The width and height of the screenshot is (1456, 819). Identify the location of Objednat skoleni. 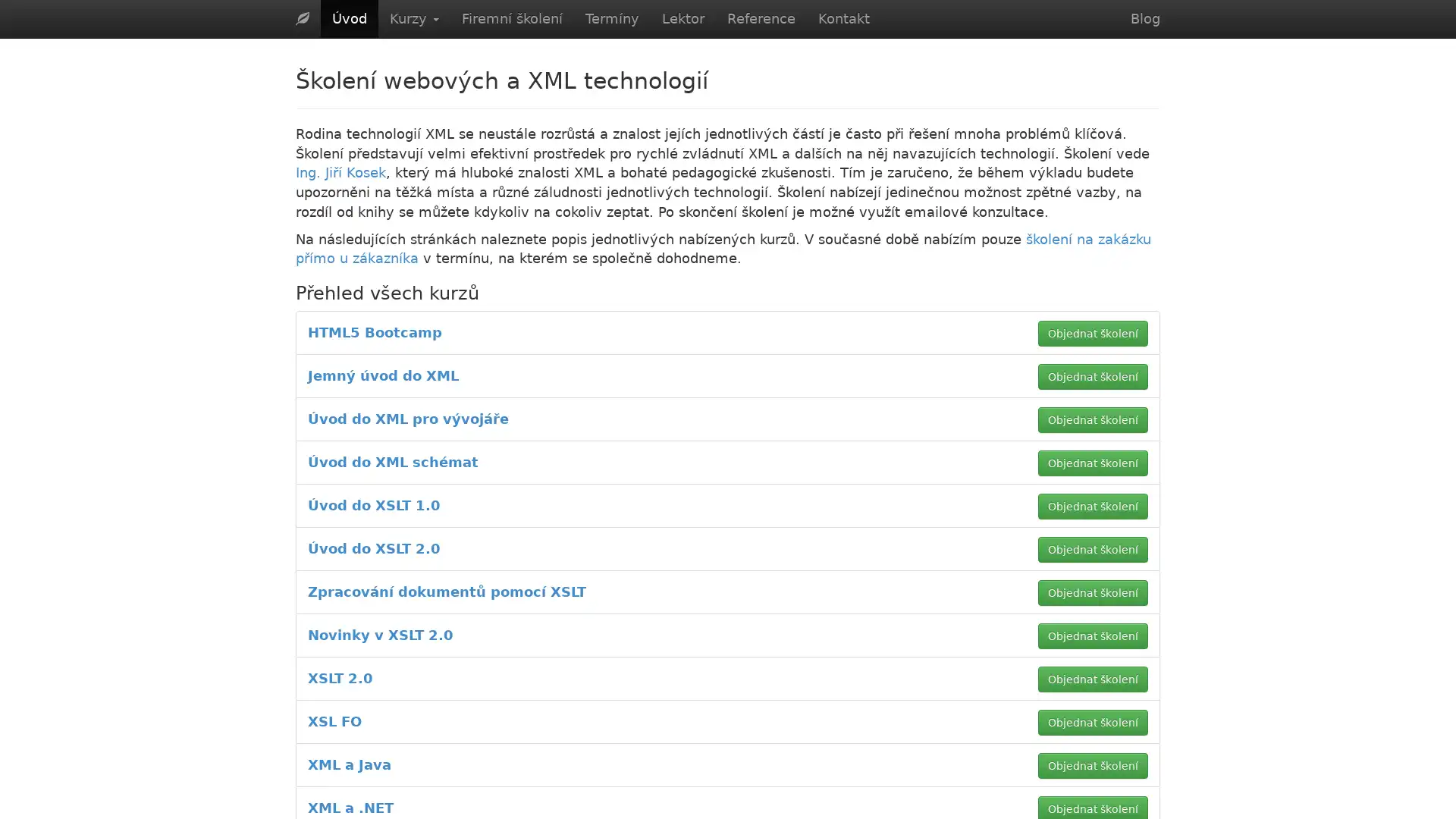
(1093, 420).